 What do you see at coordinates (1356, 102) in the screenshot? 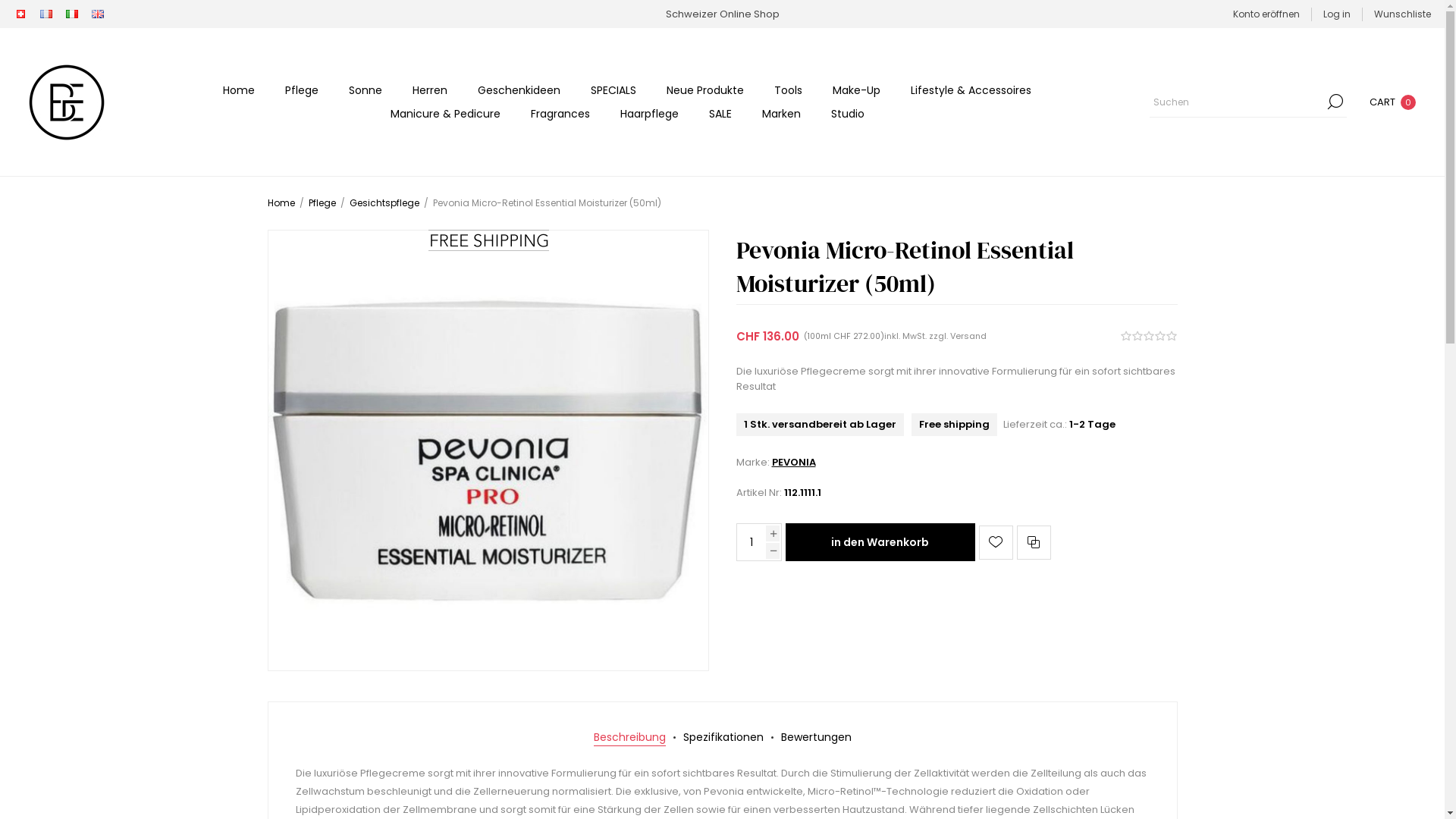
I see `'CART 0'` at bounding box center [1356, 102].